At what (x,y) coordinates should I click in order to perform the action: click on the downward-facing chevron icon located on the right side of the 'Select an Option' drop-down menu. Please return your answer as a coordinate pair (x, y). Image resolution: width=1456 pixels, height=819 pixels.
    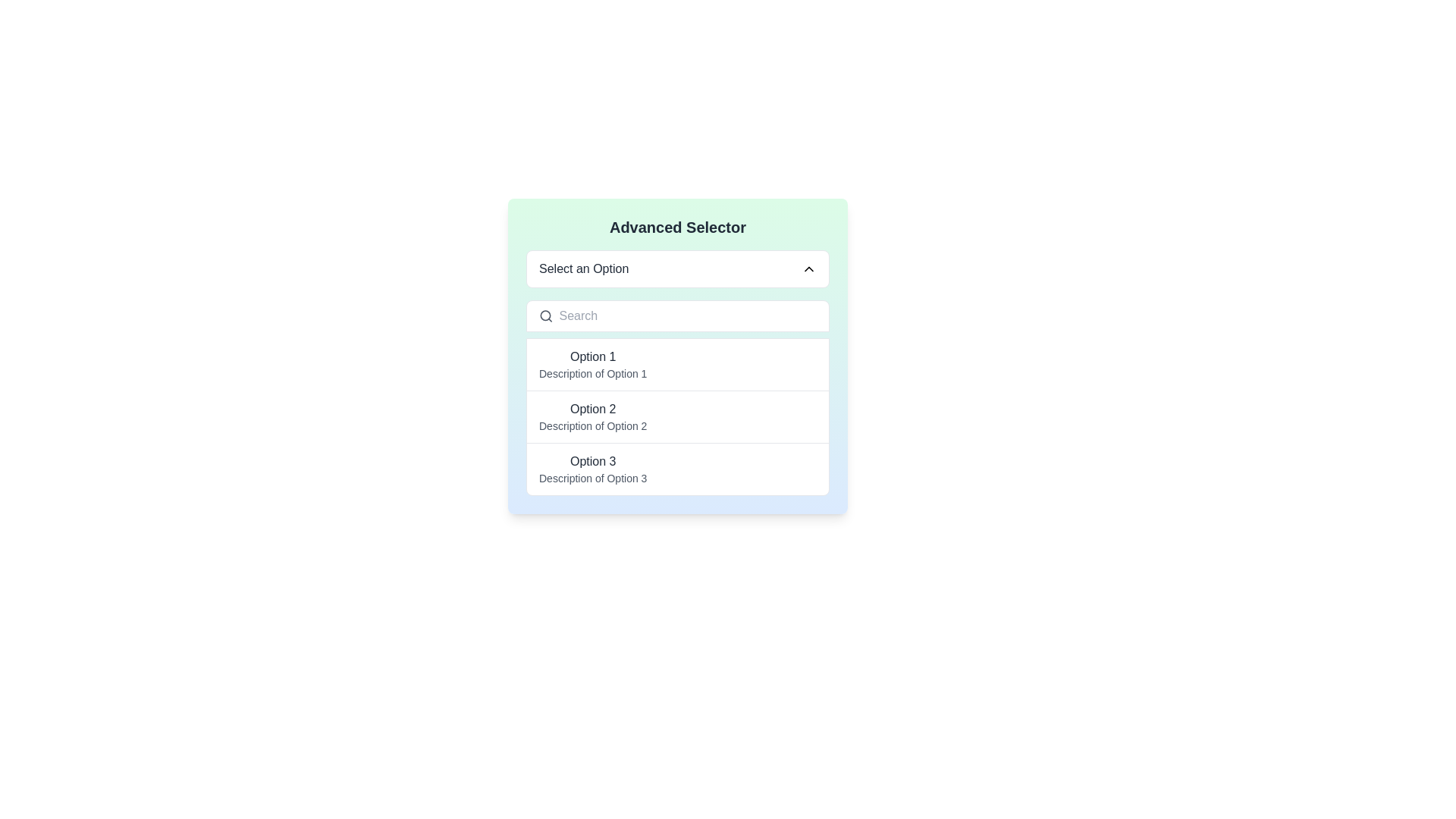
    Looking at the image, I should click on (808, 268).